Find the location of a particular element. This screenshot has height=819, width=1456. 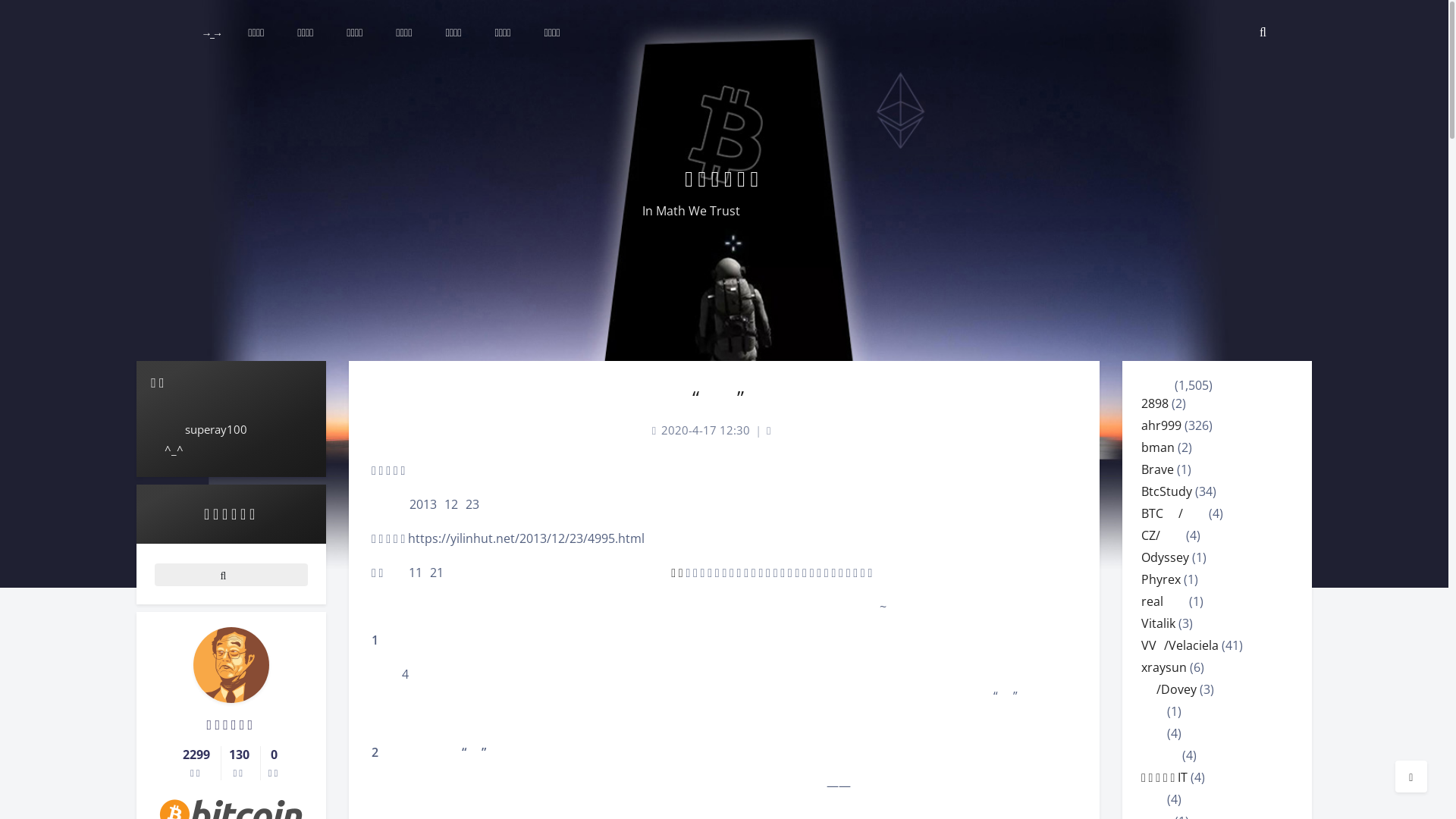

'bman' is located at coordinates (1156, 447).